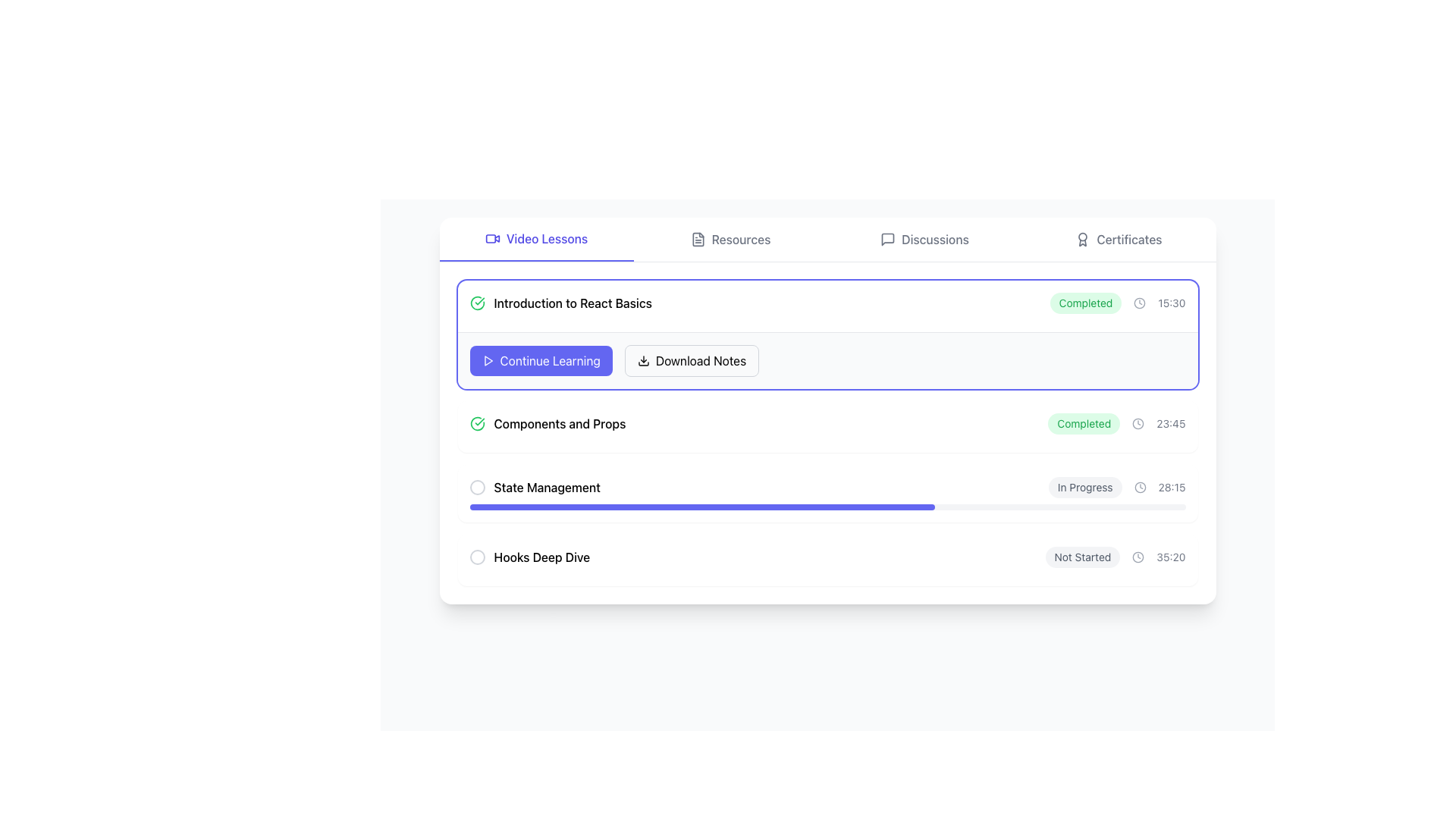 The image size is (1456, 819). Describe the element at coordinates (492, 239) in the screenshot. I see `the 'Video Lessons' icon located to the left of the 'Video Lessons' text in the tab section` at that location.